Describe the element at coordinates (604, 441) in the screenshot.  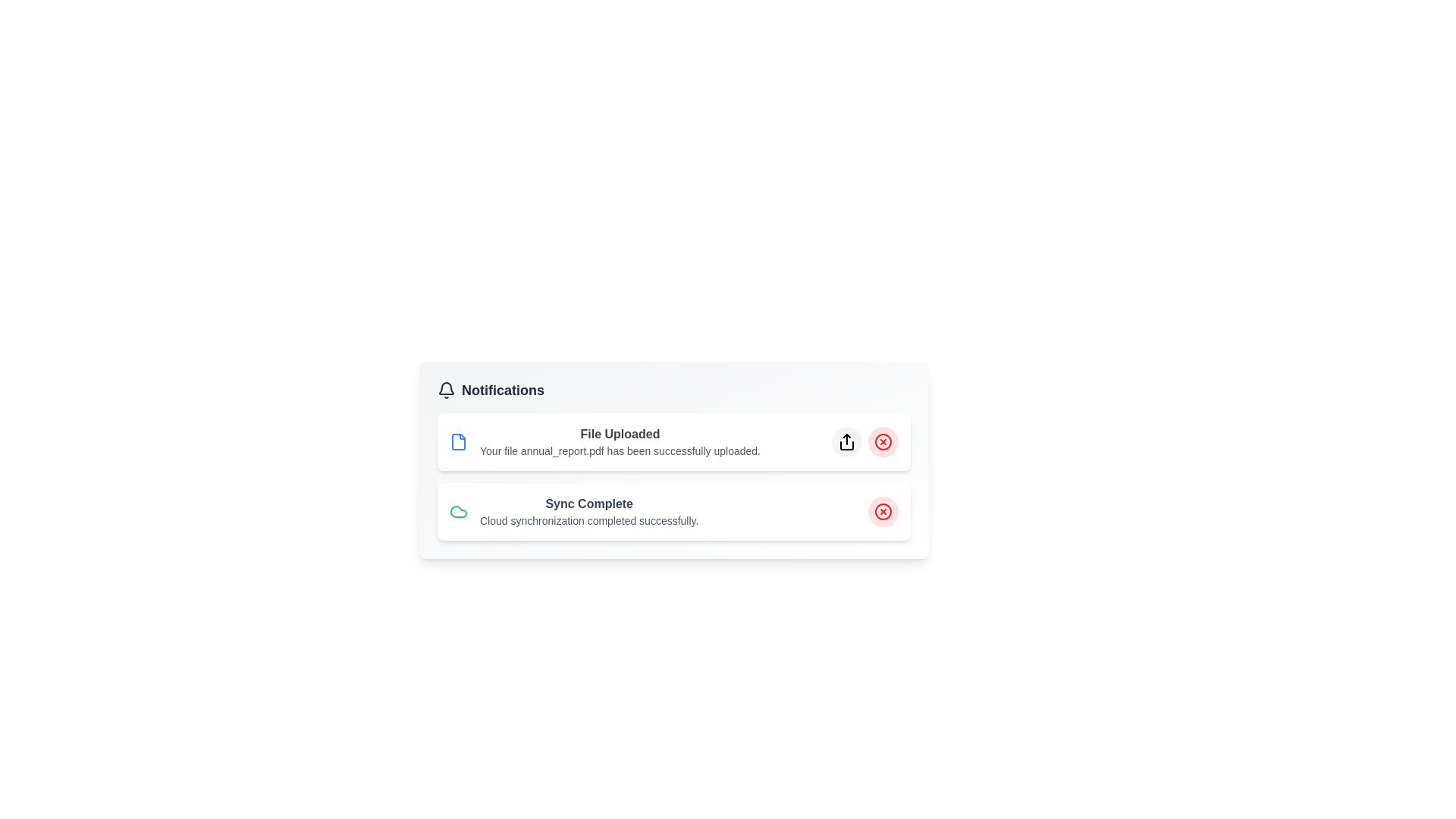
I see `the interactive elements of the first notification in the notification panel that informs about the successful upload of 'annual_report.pdf'` at that location.